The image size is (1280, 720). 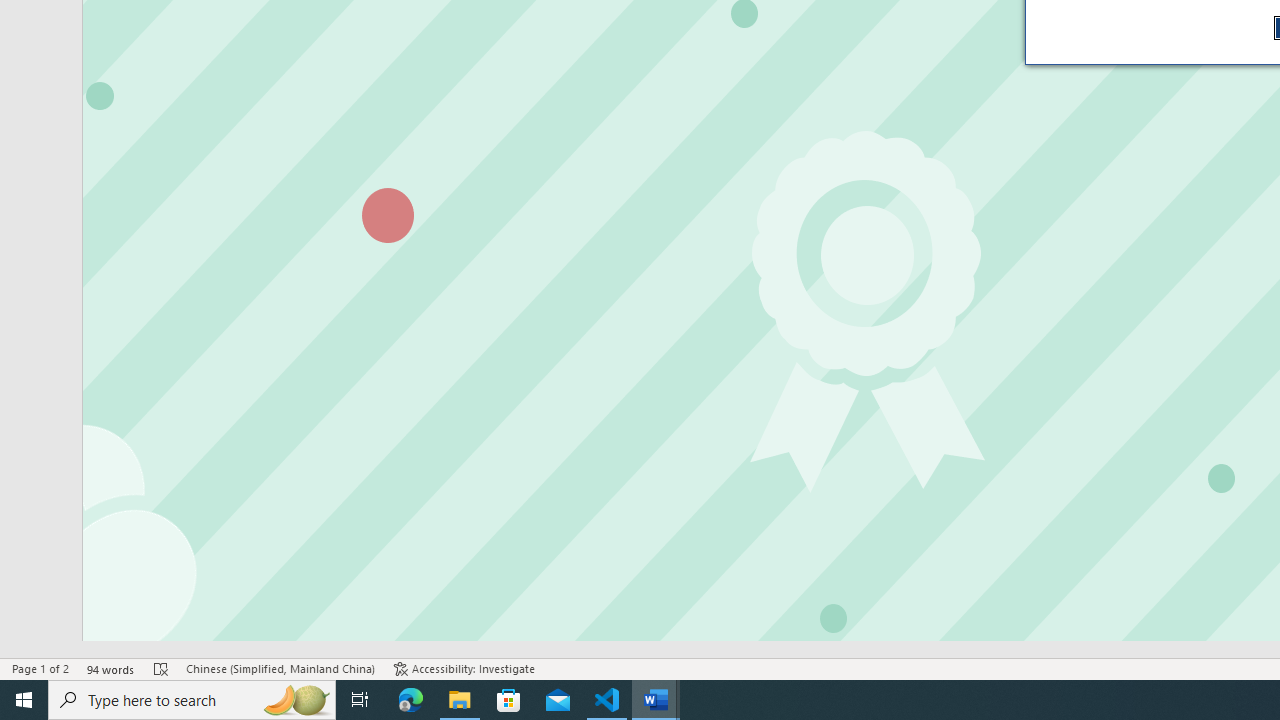 What do you see at coordinates (606, 698) in the screenshot?
I see `'Visual Studio Code - 1 running window'` at bounding box center [606, 698].